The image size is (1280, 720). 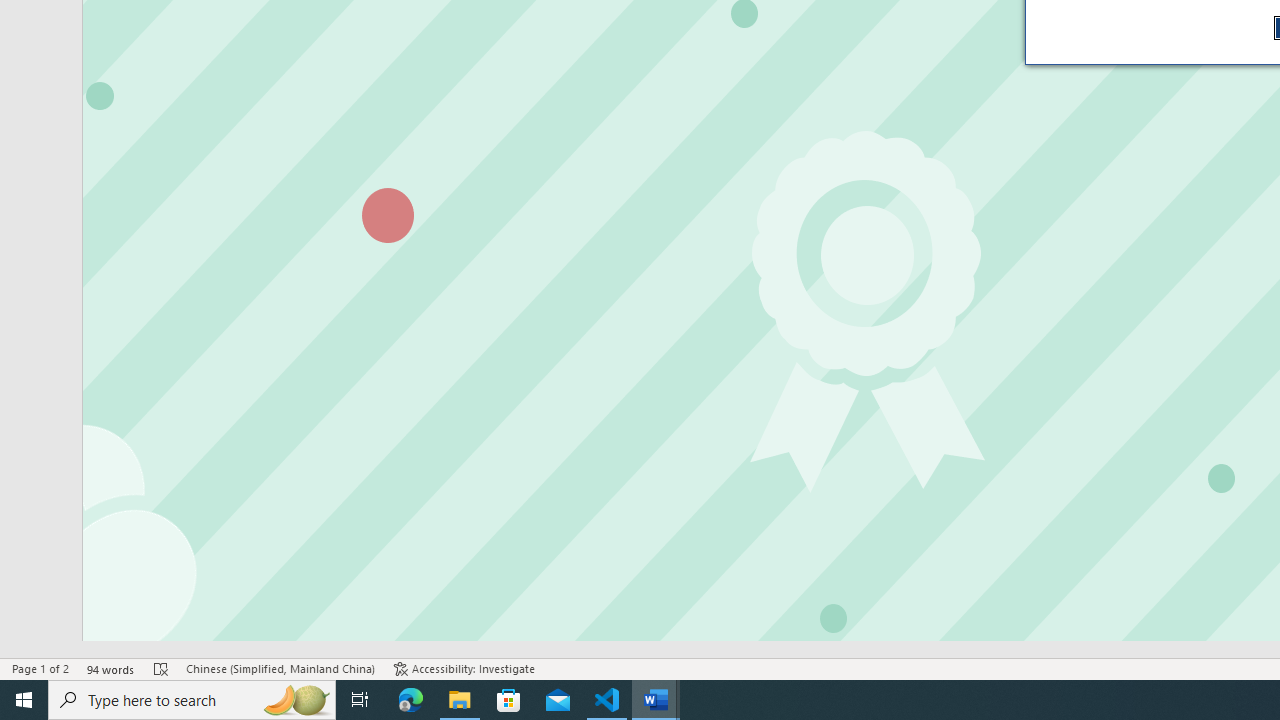 What do you see at coordinates (606, 698) in the screenshot?
I see `'Visual Studio Code - 1 running window'` at bounding box center [606, 698].